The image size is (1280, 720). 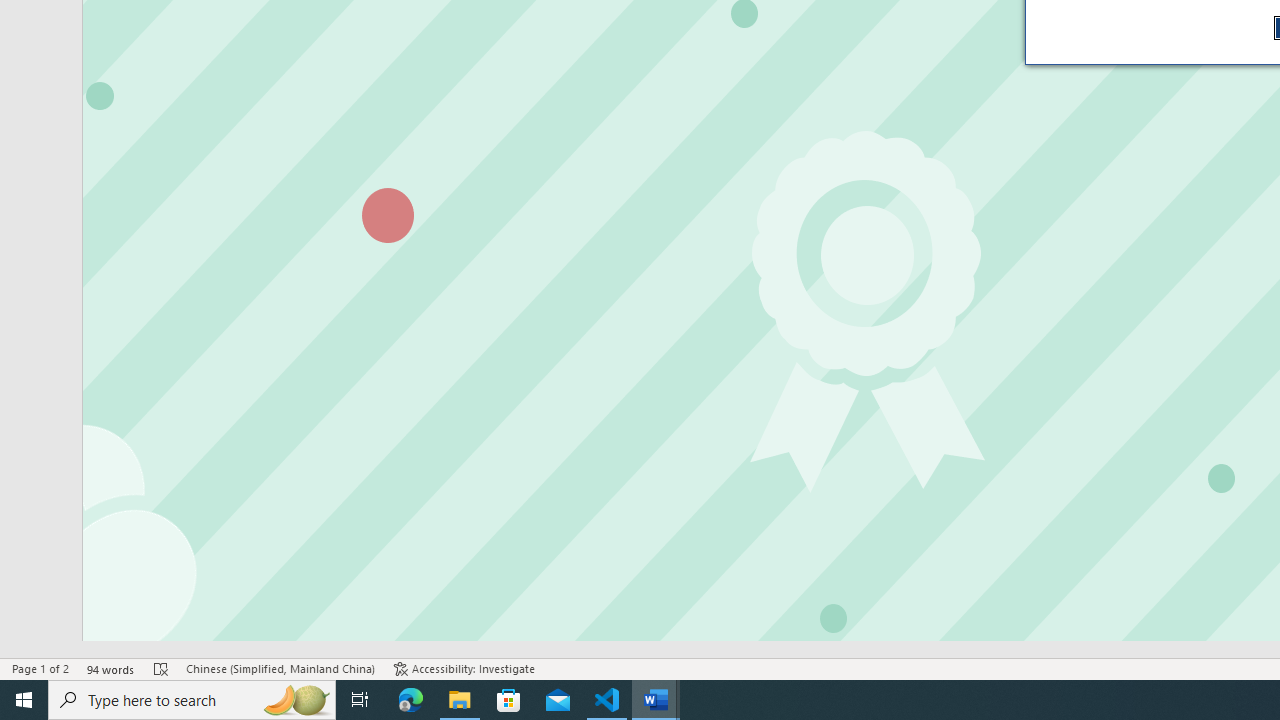 What do you see at coordinates (606, 698) in the screenshot?
I see `'Visual Studio Code - 1 running window'` at bounding box center [606, 698].